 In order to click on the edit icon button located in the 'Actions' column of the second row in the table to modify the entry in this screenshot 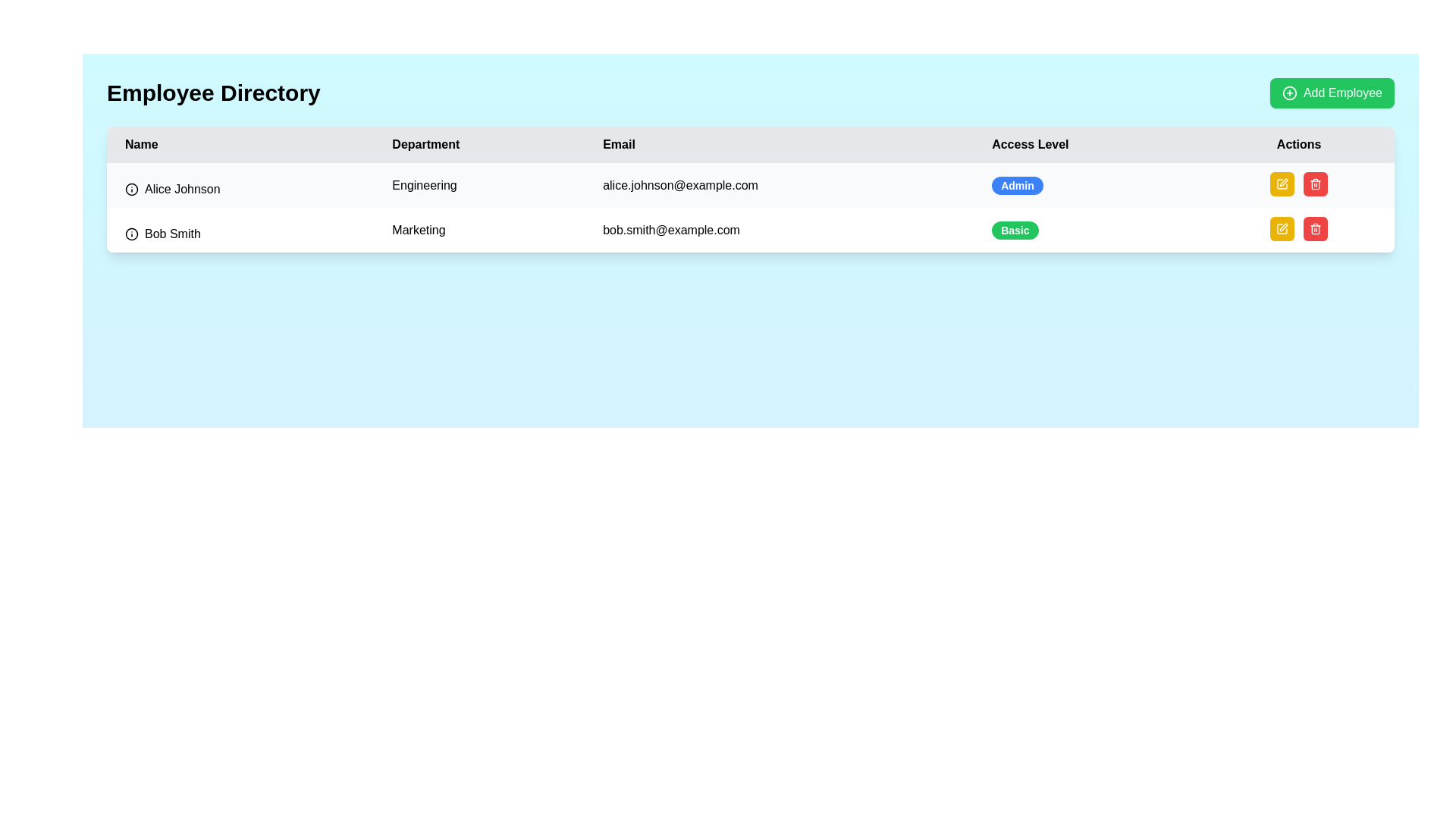, I will do `click(1282, 184)`.